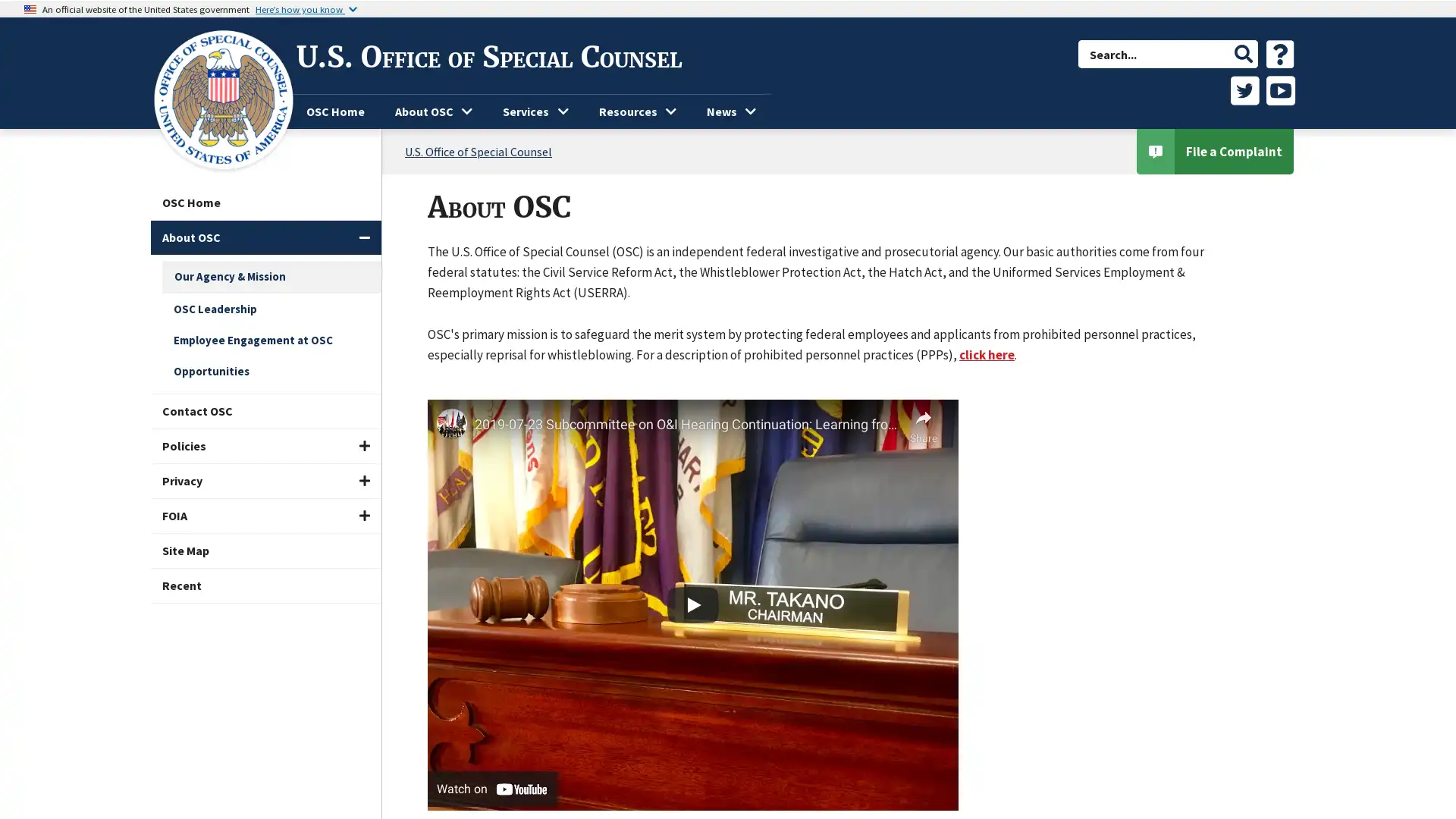 This screenshot has height=819, width=1456. I want to click on Policies, so click(265, 445).